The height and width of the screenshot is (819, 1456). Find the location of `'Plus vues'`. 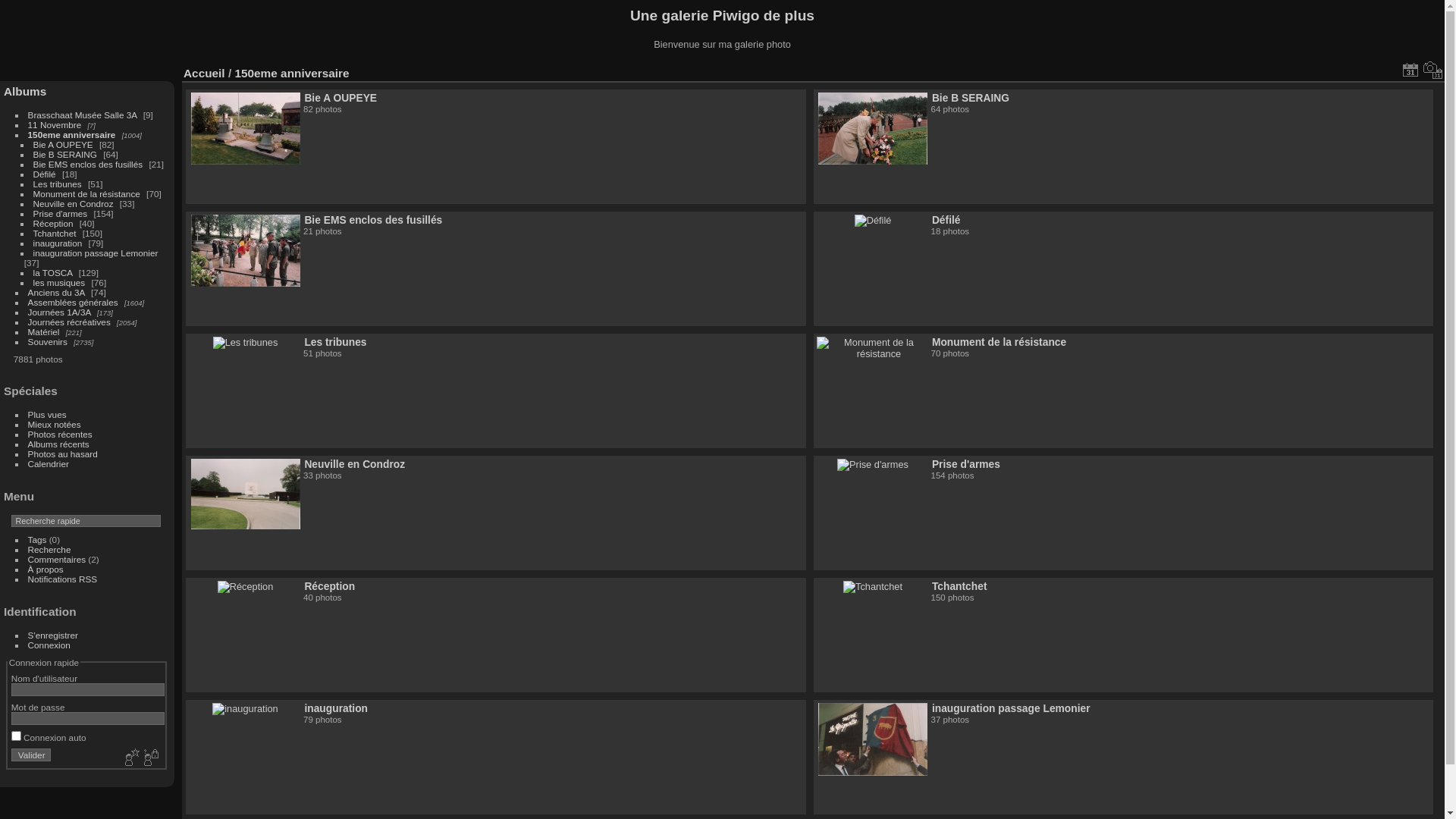

'Plus vues' is located at coordinates (47, 414).